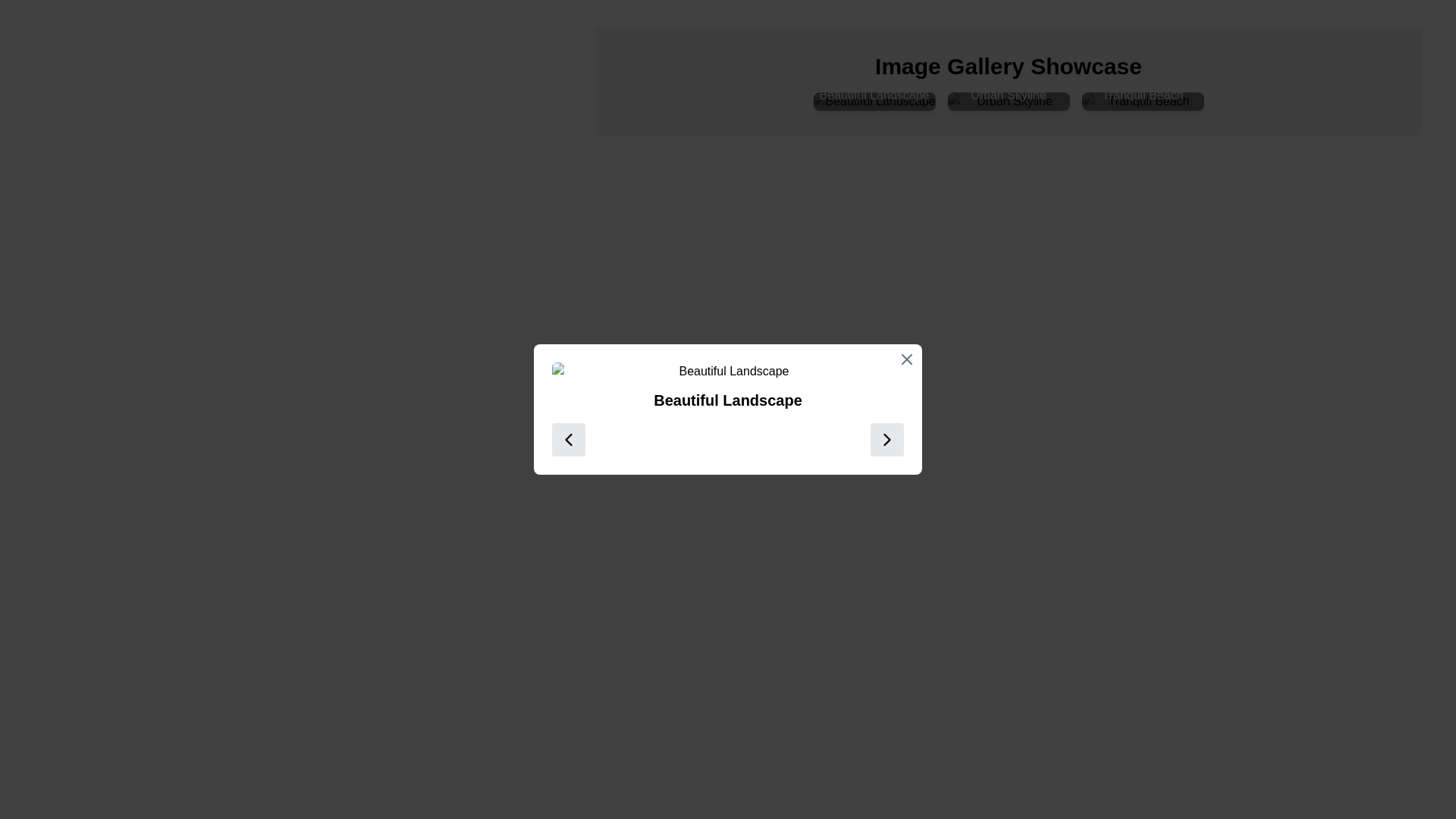 The image size is (1456, 819). Describe the element at coordinates (728, 409) in the screenshot. I see `the text label titled 'Beautiful Landscape' that is centrally positioned inside the modal dialog, located directly below the header and above navigation buttons` at that location.